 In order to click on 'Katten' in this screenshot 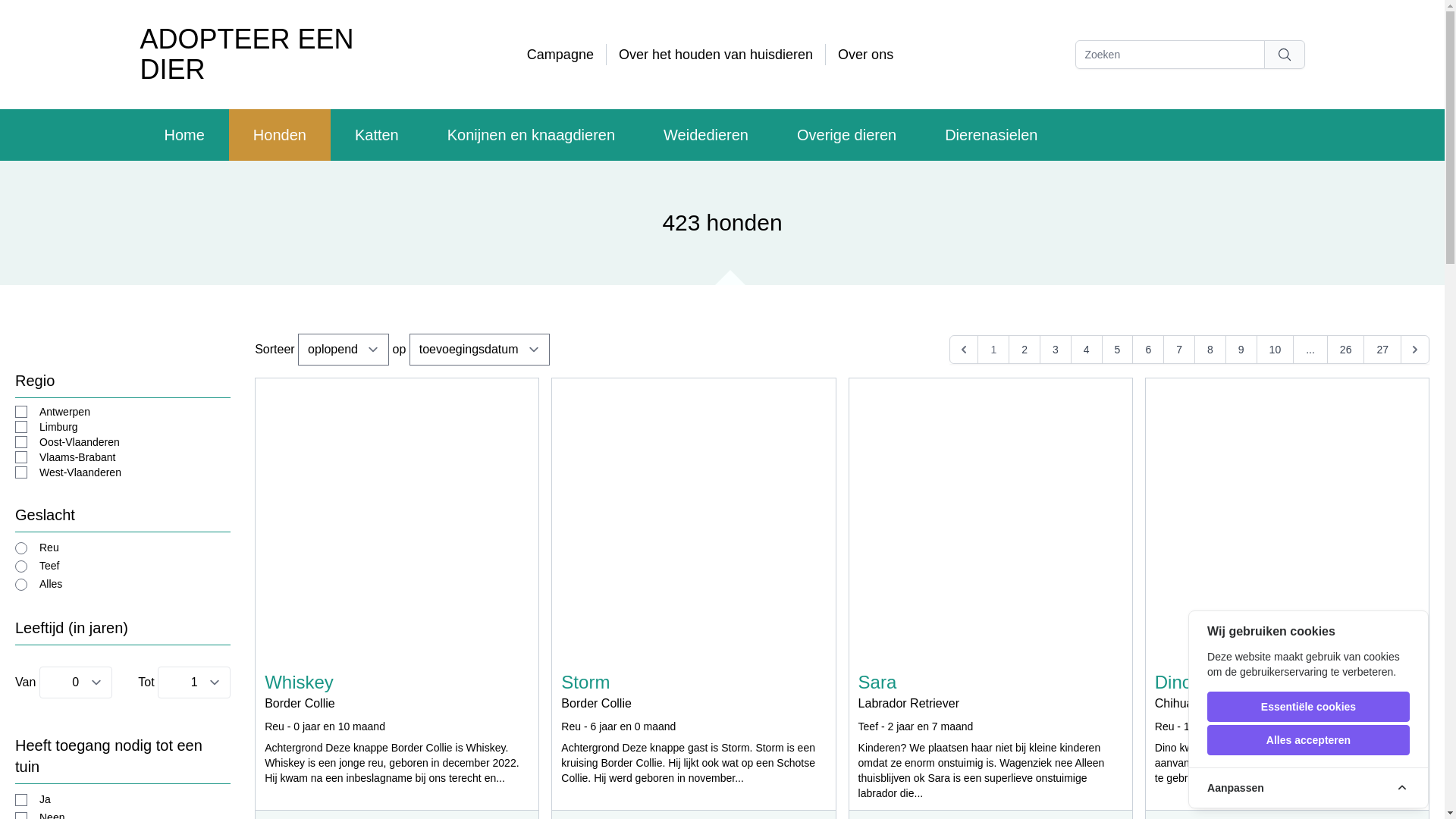, I will do `click(377, 133)`.